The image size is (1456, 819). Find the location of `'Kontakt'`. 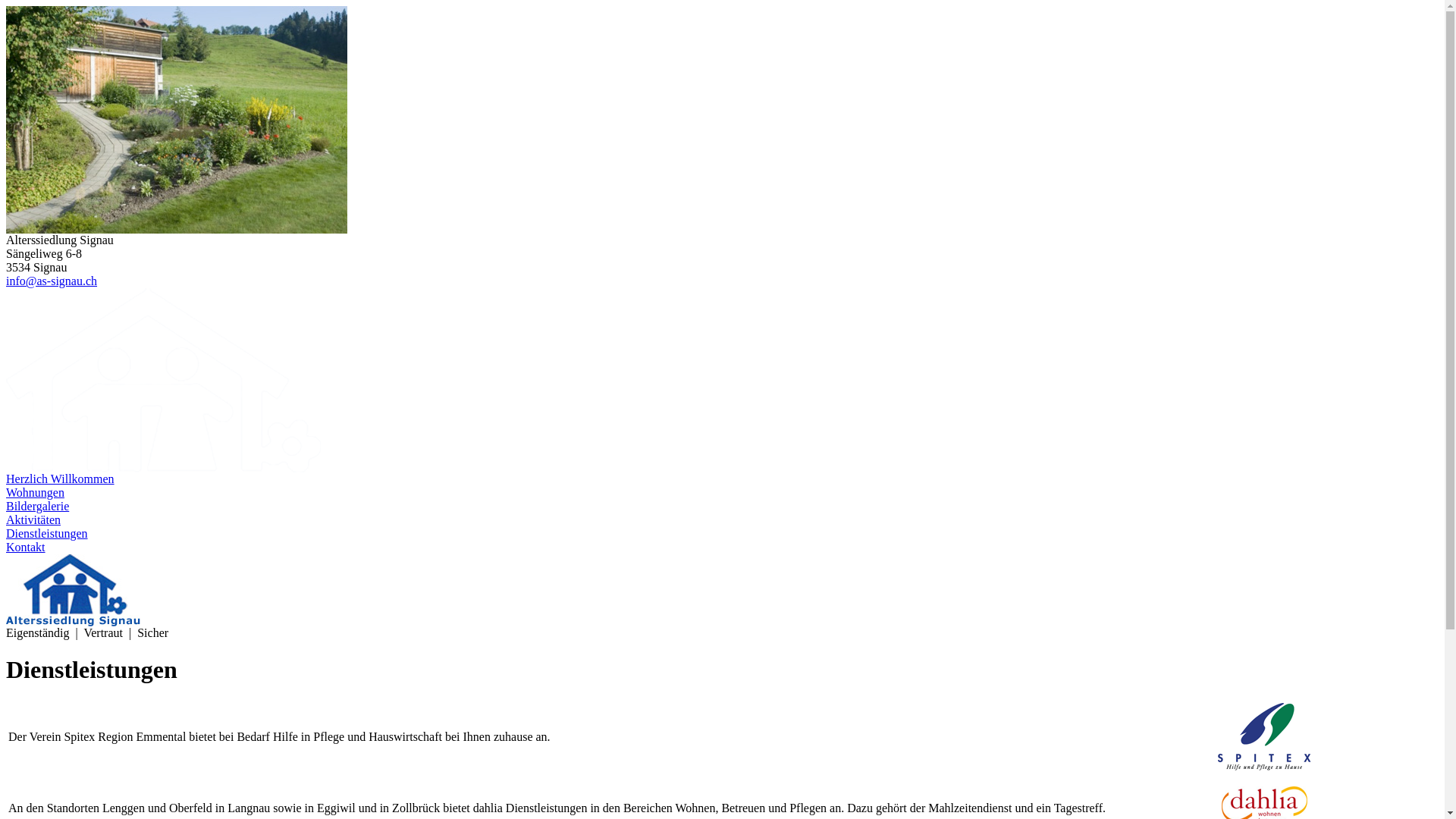

'Kontakt' is located at coordinates (25, 547).